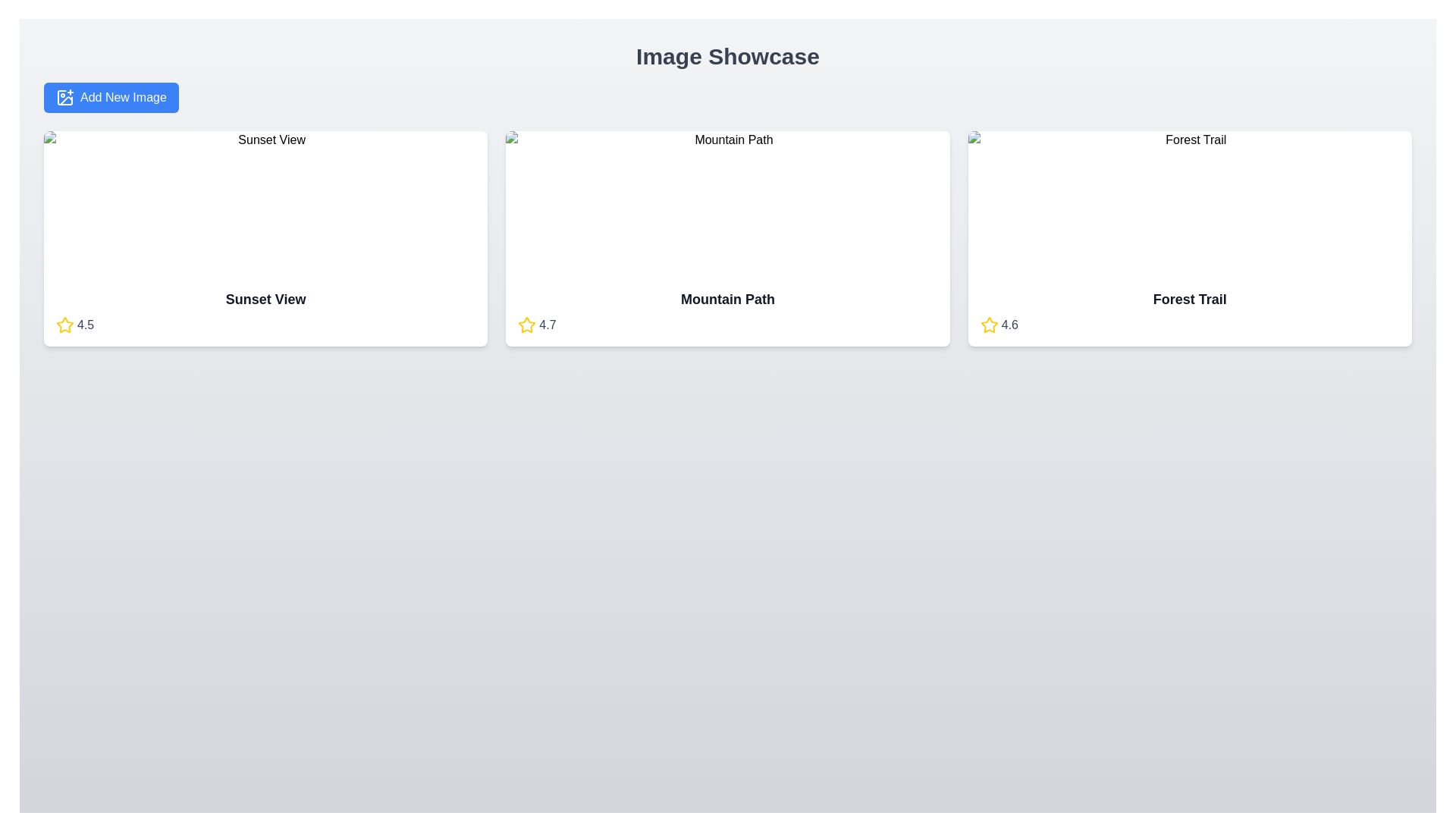  I want to click on numerical content displayed in the Text label for the 'Forest Trail' card, which shows the rating value and is located in the lower left area adjacent to a yellow star icon, so click(1009, 324).